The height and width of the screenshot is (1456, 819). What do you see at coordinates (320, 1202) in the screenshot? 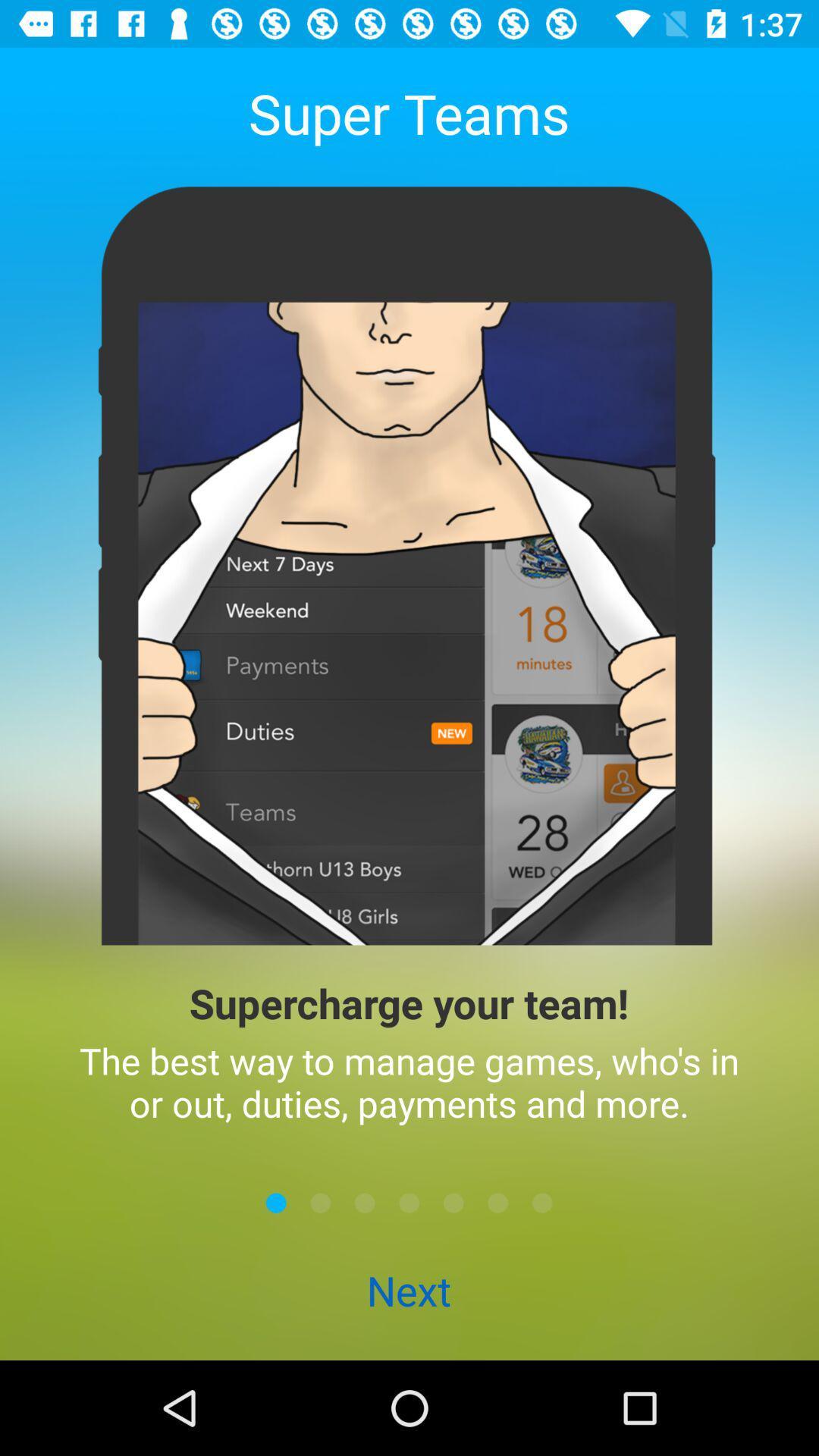
I see `the item below the best way item` at bounding box center [320, 1202].